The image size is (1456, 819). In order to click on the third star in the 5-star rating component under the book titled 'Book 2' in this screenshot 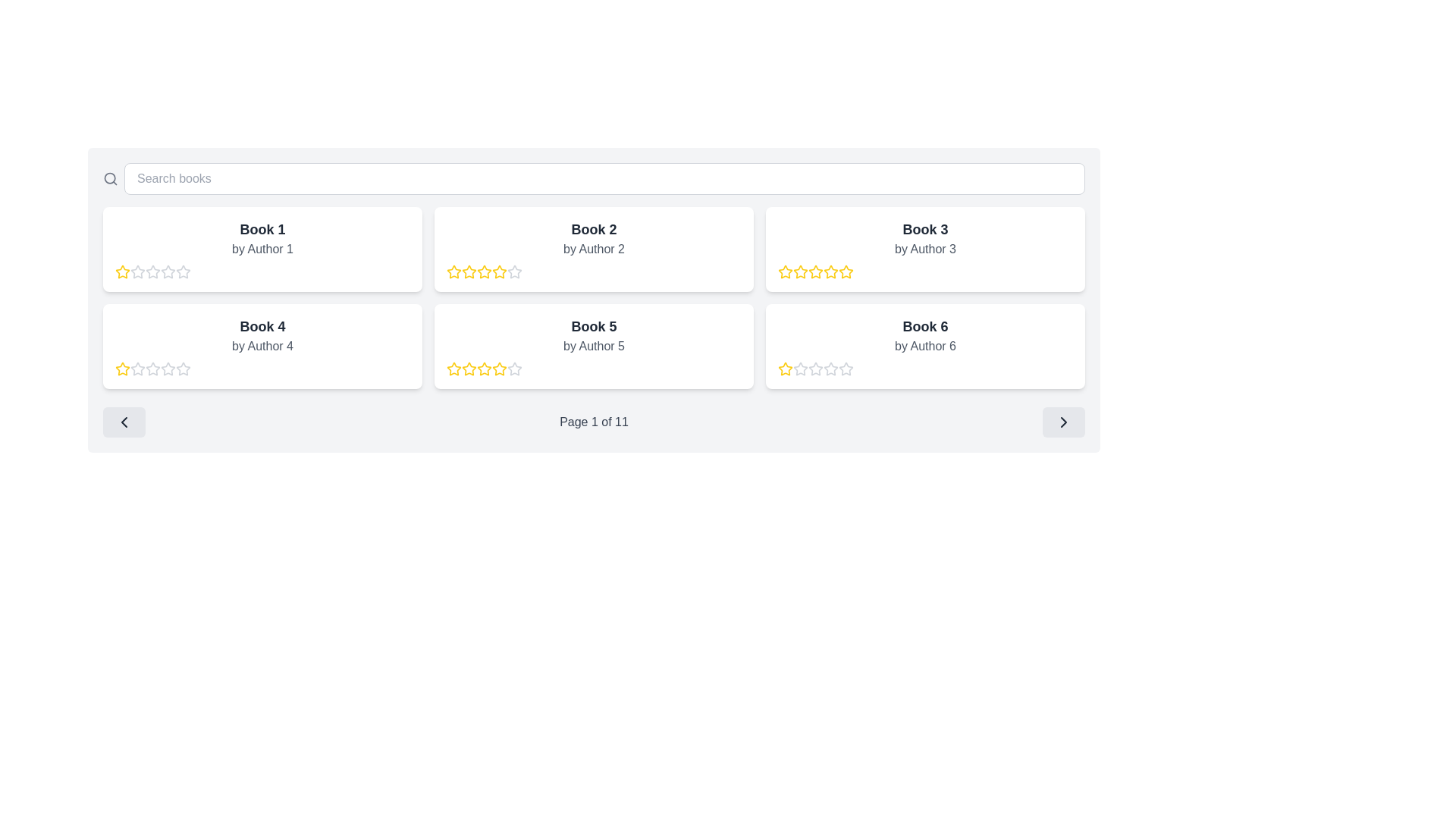, I will do `click(514, 271)`.